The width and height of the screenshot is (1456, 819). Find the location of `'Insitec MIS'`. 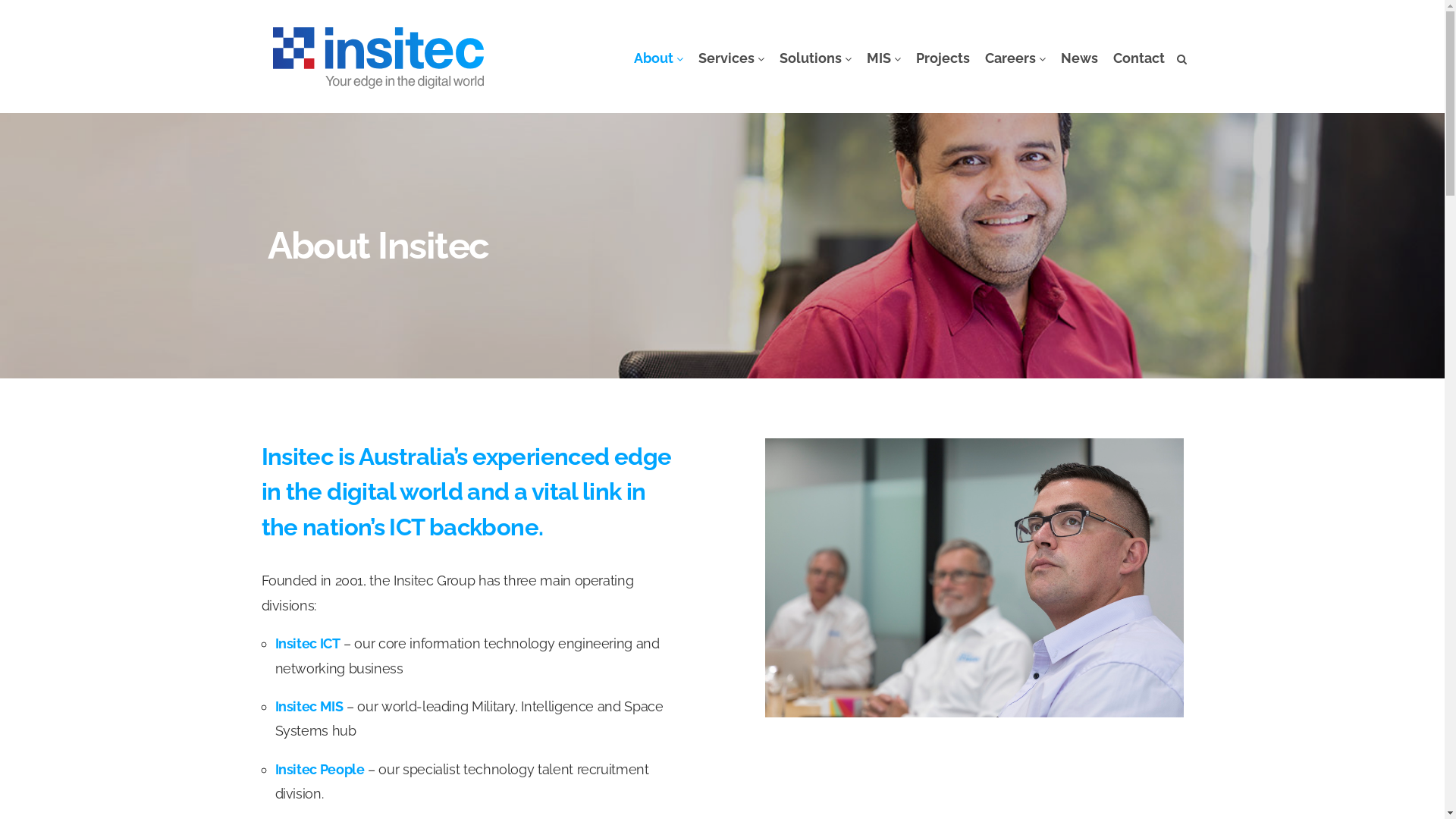

'Insitec MIS' is located at coordinates (274, 706).